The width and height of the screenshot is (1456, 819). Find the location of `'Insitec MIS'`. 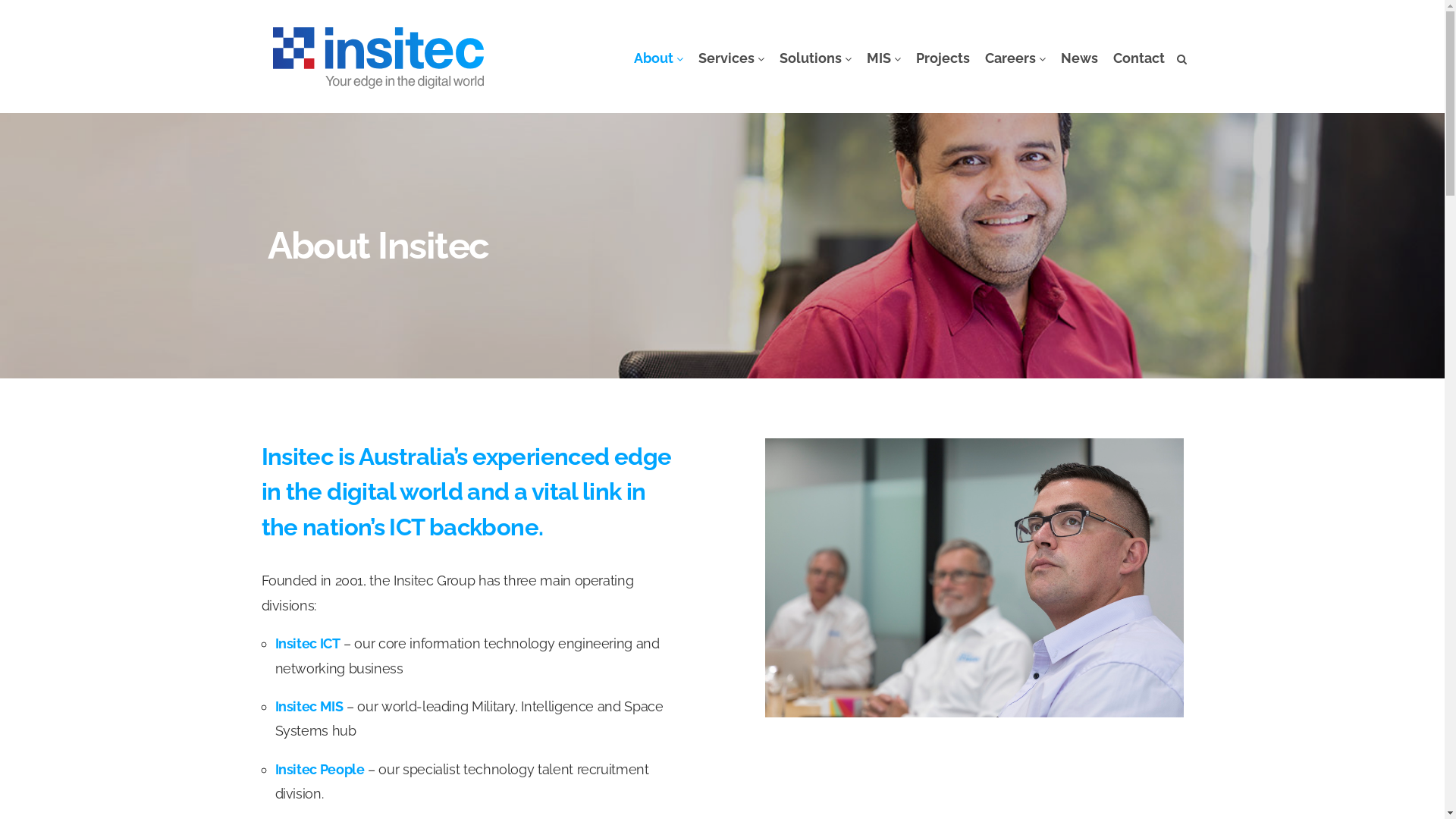

'Insitec MIS' is located at coordinates (274, 706).